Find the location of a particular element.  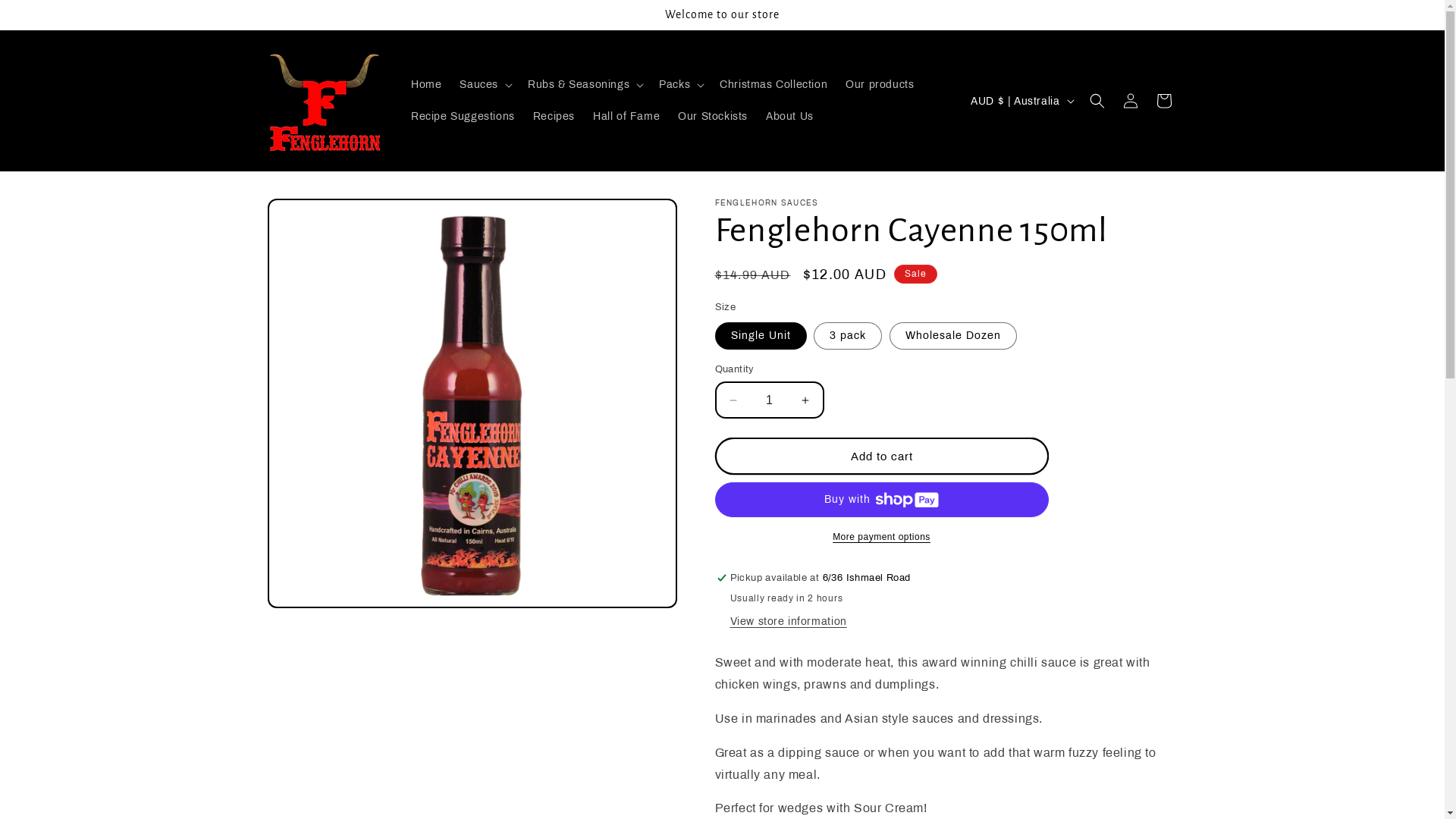

'Our Stockists' is located at coordinates (712, 116).